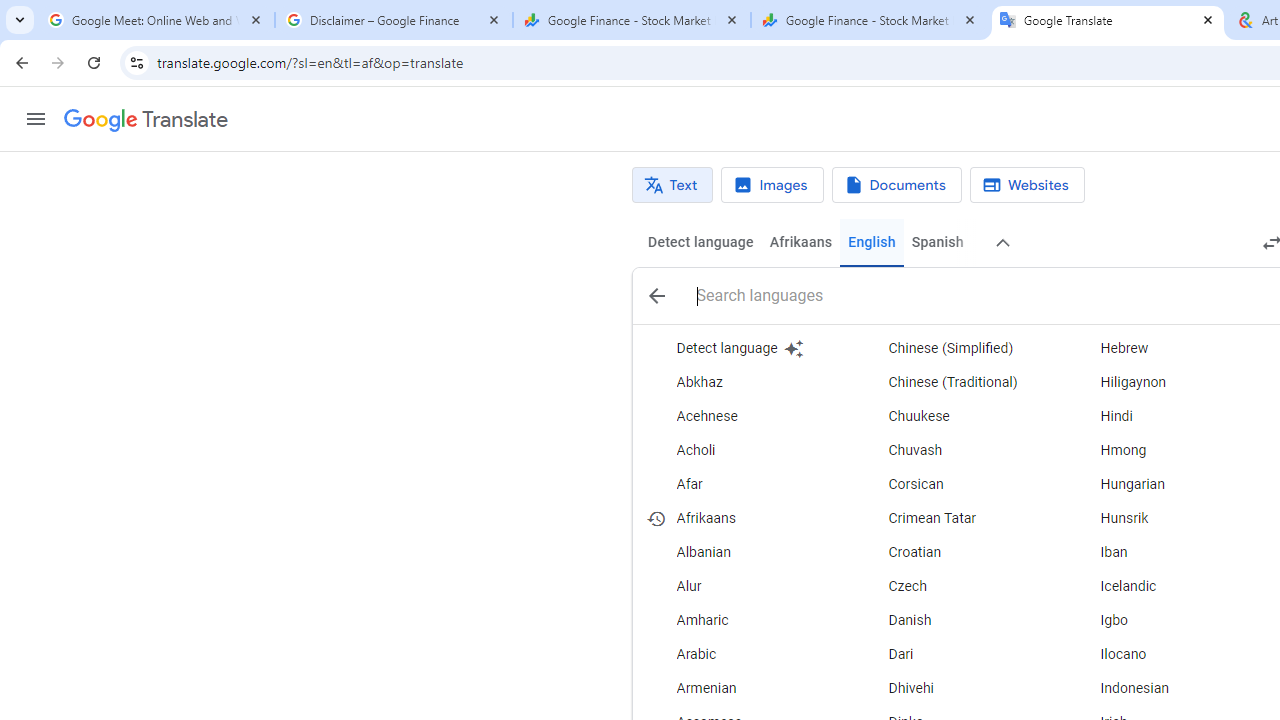 Image resolution: width=1280 pixels, height=720 pixels. I want to click on 'Spanish', so click(935, 242).